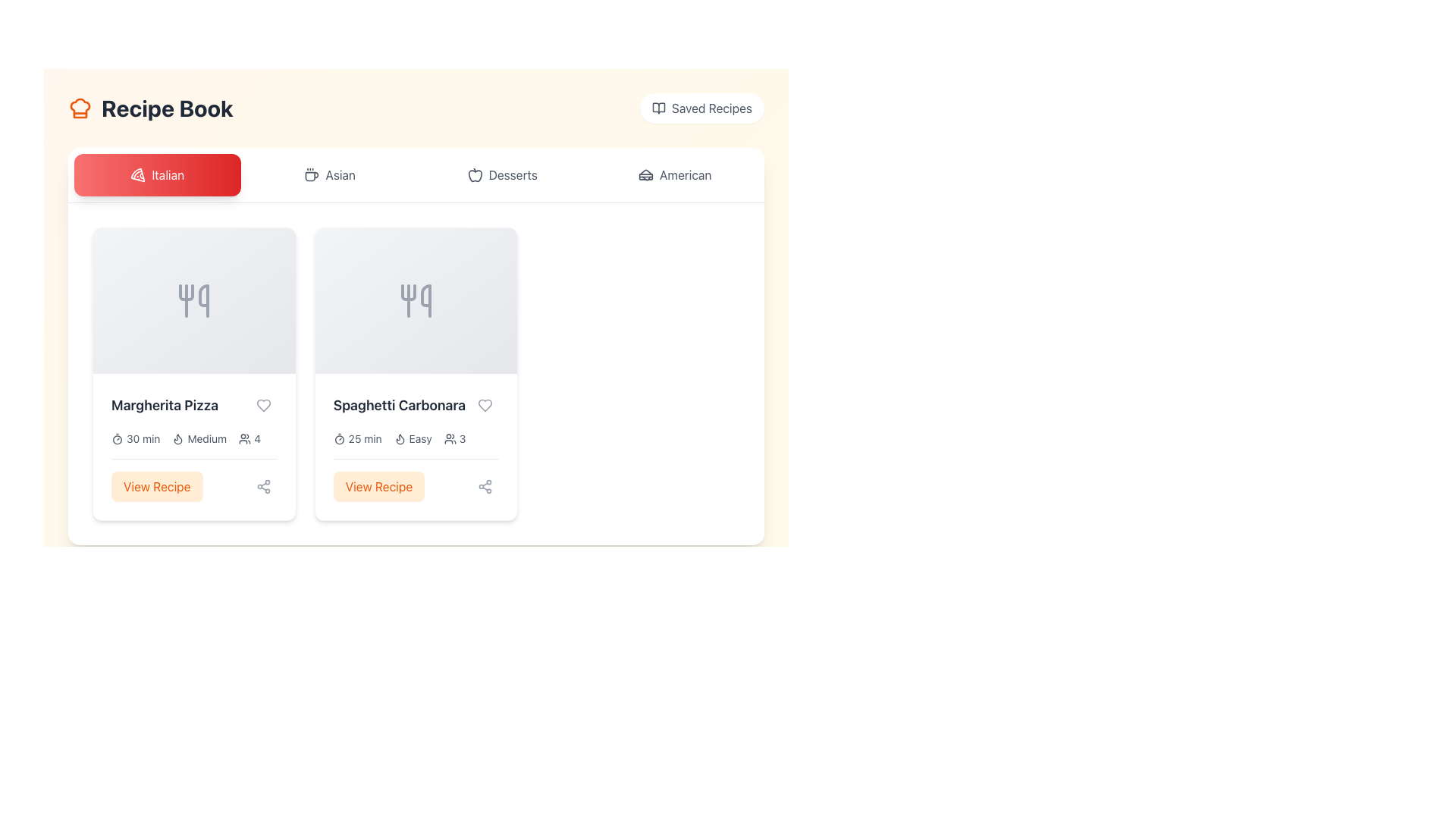 Image resolution: width=1456 pixels, height=819 pixels. I want to click on the recipe preview card for 'Margherita Pizza', which is the first card in the grid layout located at the top-left corner of the grid, so click(193, 374).